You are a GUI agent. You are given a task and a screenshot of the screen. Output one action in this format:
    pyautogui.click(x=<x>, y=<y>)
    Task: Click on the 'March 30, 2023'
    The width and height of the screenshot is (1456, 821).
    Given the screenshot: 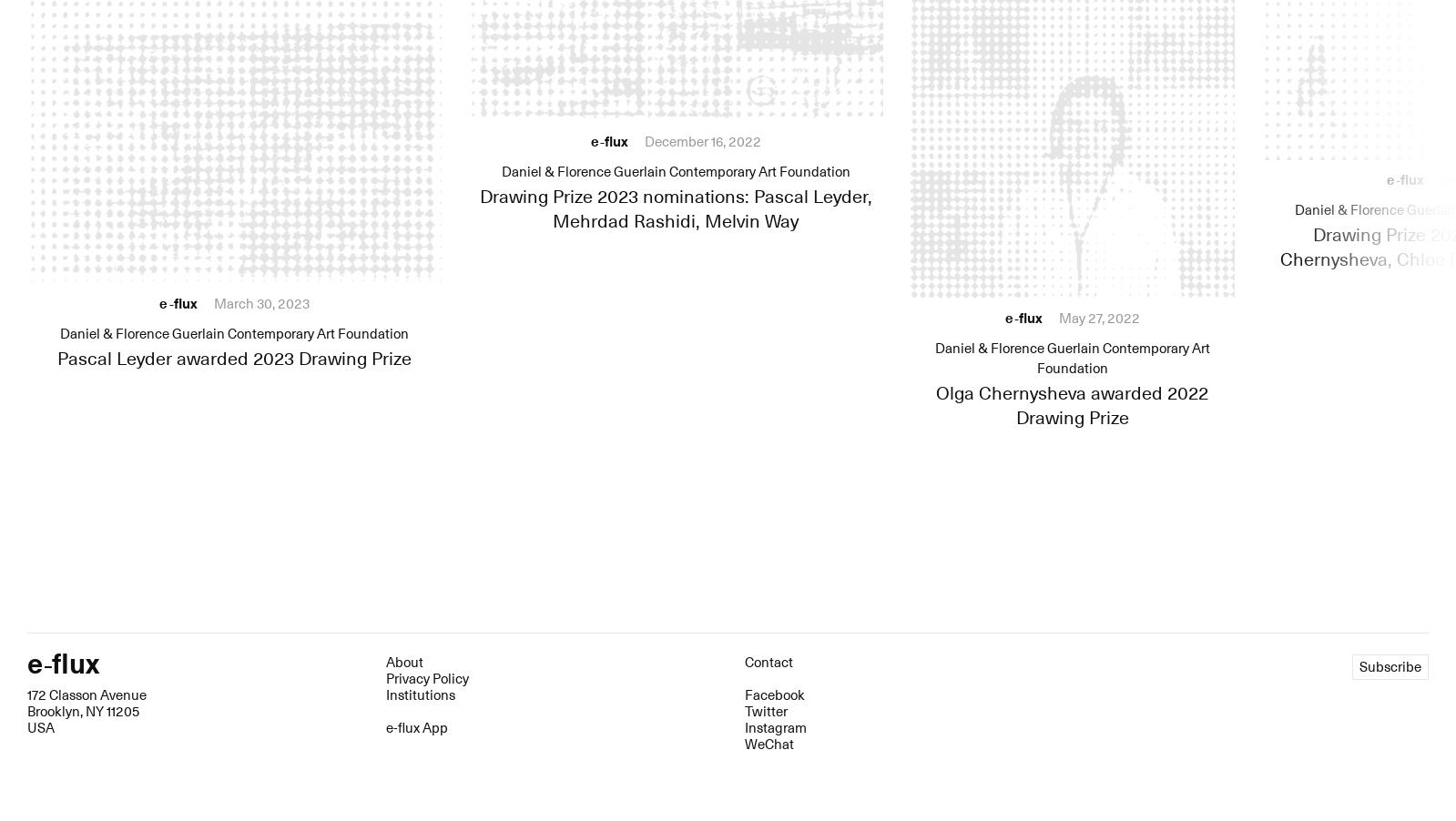 What is the action you would take?
    pyautogui.click(x=260, y=302)
    